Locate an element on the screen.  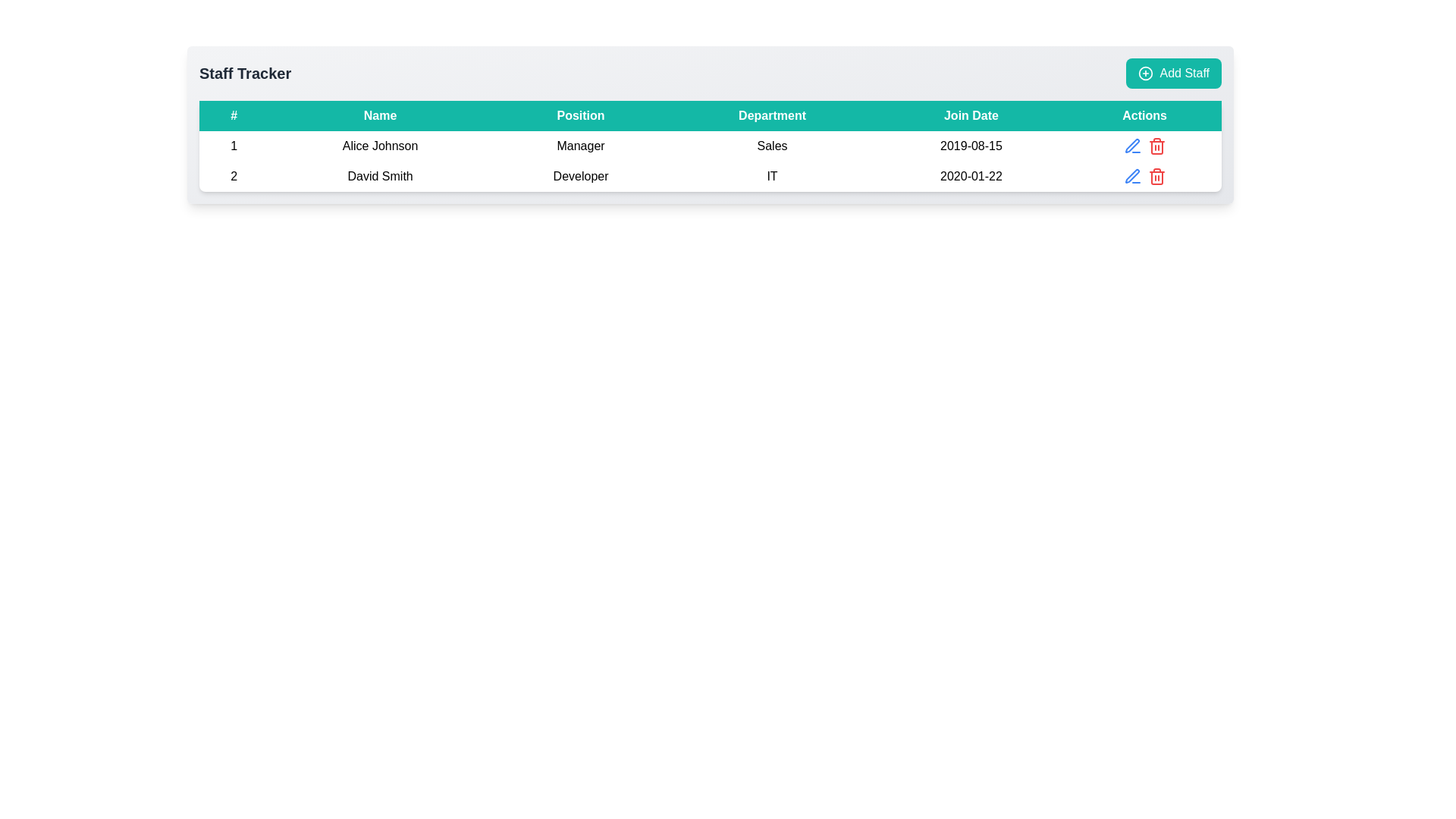
the circular teal and white plus icon located inside the 'Add Staff' button, positioned to the left of the button's text label is located at coordinates (1146, 73).